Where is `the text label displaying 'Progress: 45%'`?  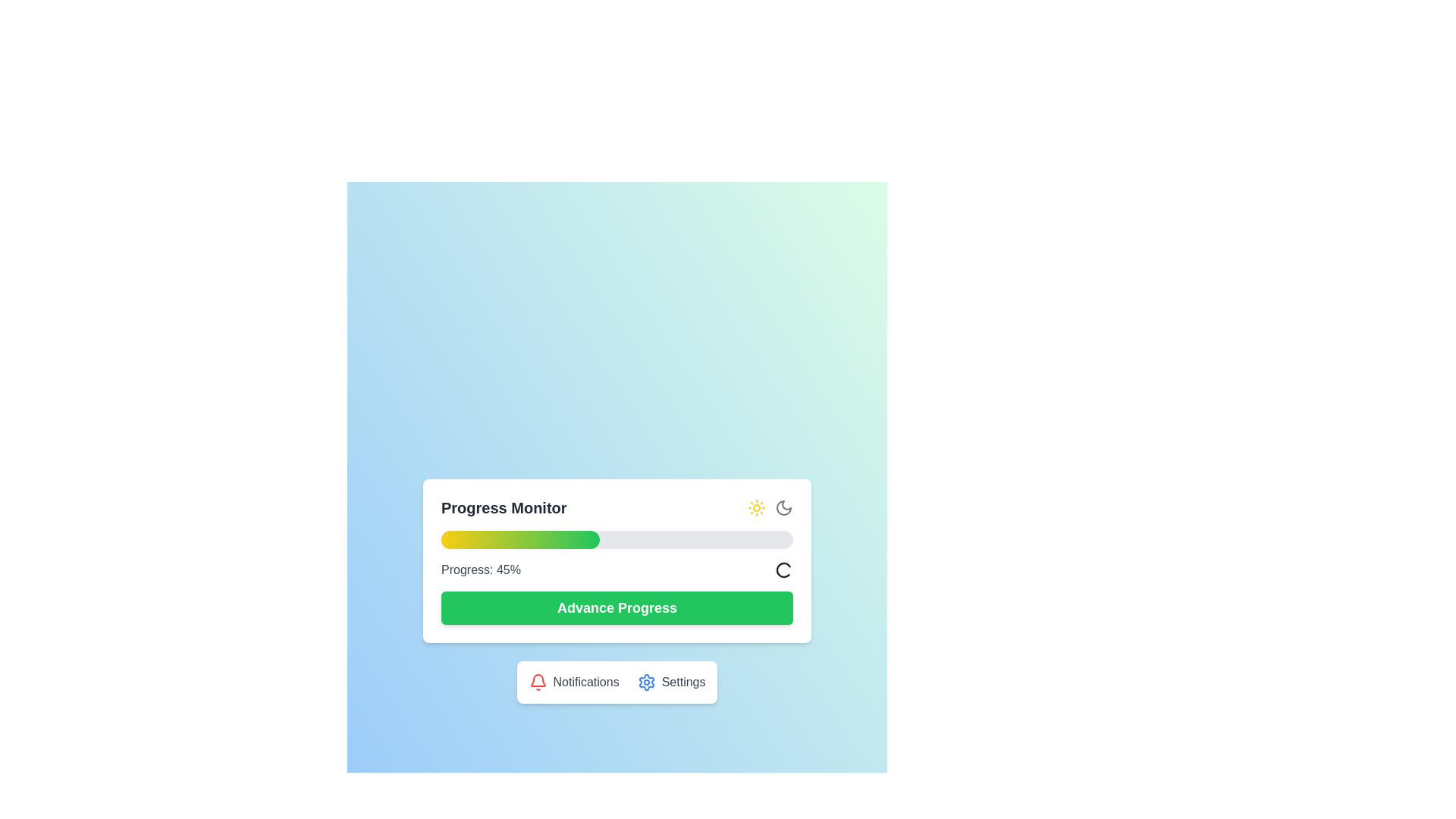
the text label displaying 'Progress: 45%' is located at coordinates (480, 570).